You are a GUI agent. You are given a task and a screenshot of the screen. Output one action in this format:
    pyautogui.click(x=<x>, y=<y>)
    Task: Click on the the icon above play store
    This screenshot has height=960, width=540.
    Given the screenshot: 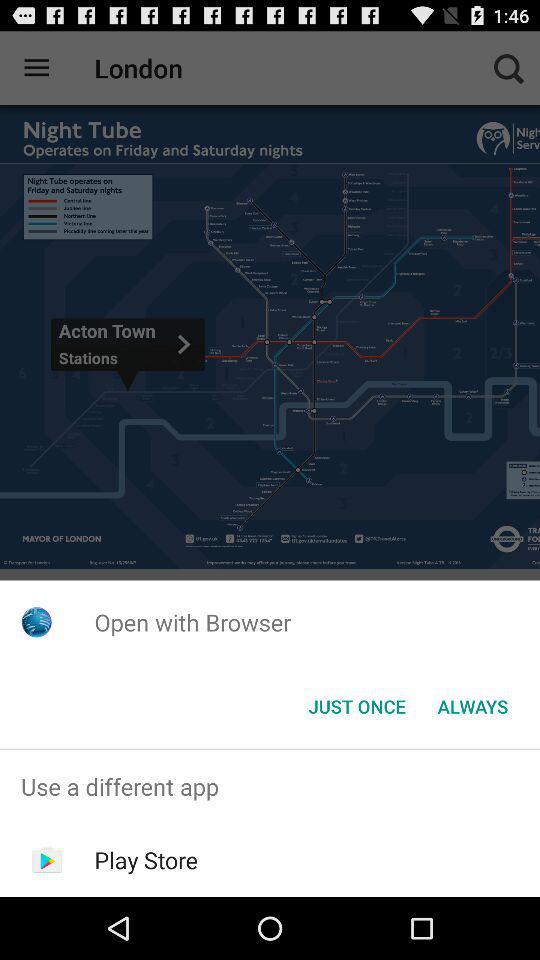 What is the action you would take?
    pyautogui.click(x=270, y=786)
    